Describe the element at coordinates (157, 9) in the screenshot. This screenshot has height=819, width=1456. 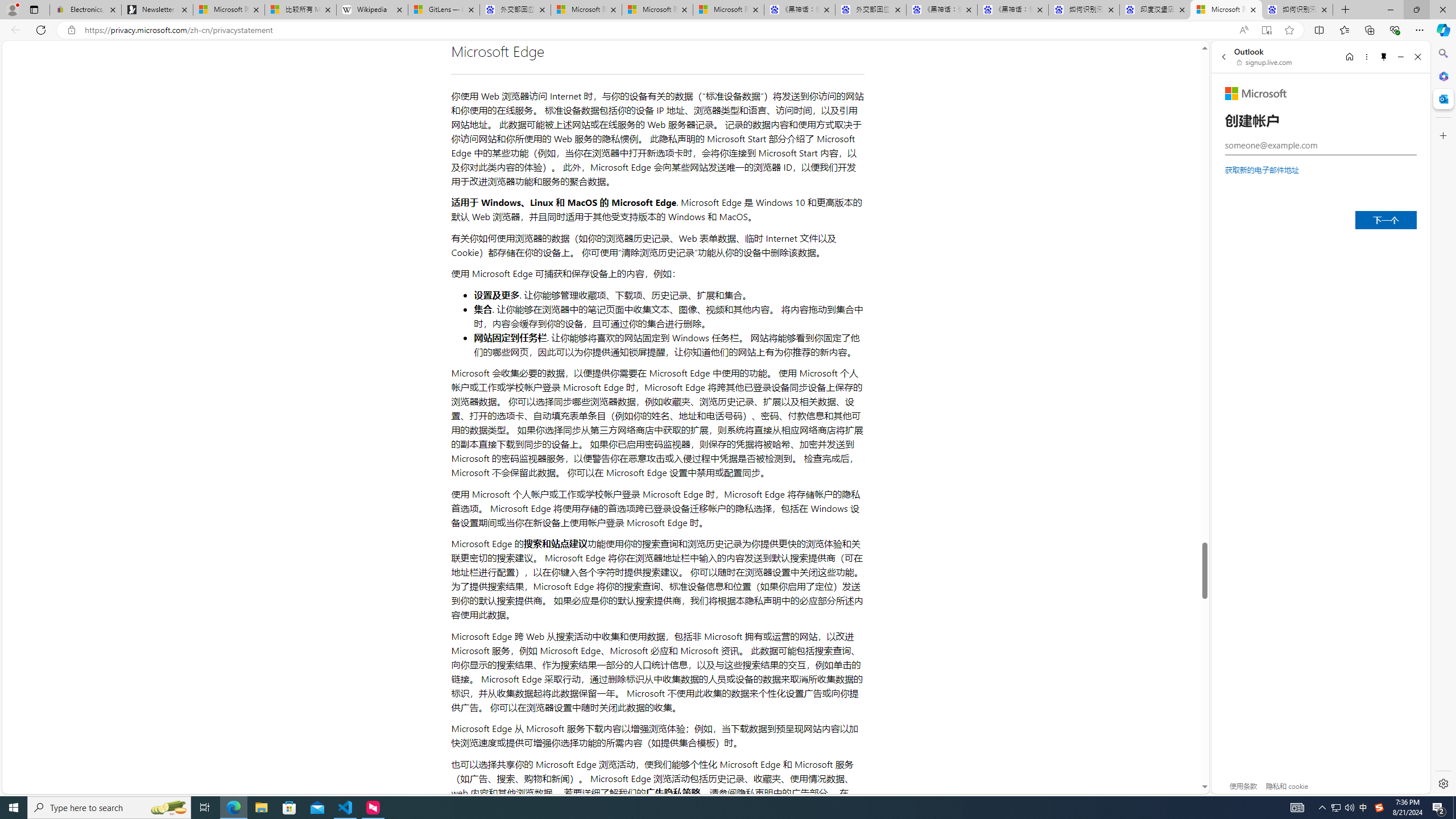
I see `'Newsletter Sign Up'` at that location.